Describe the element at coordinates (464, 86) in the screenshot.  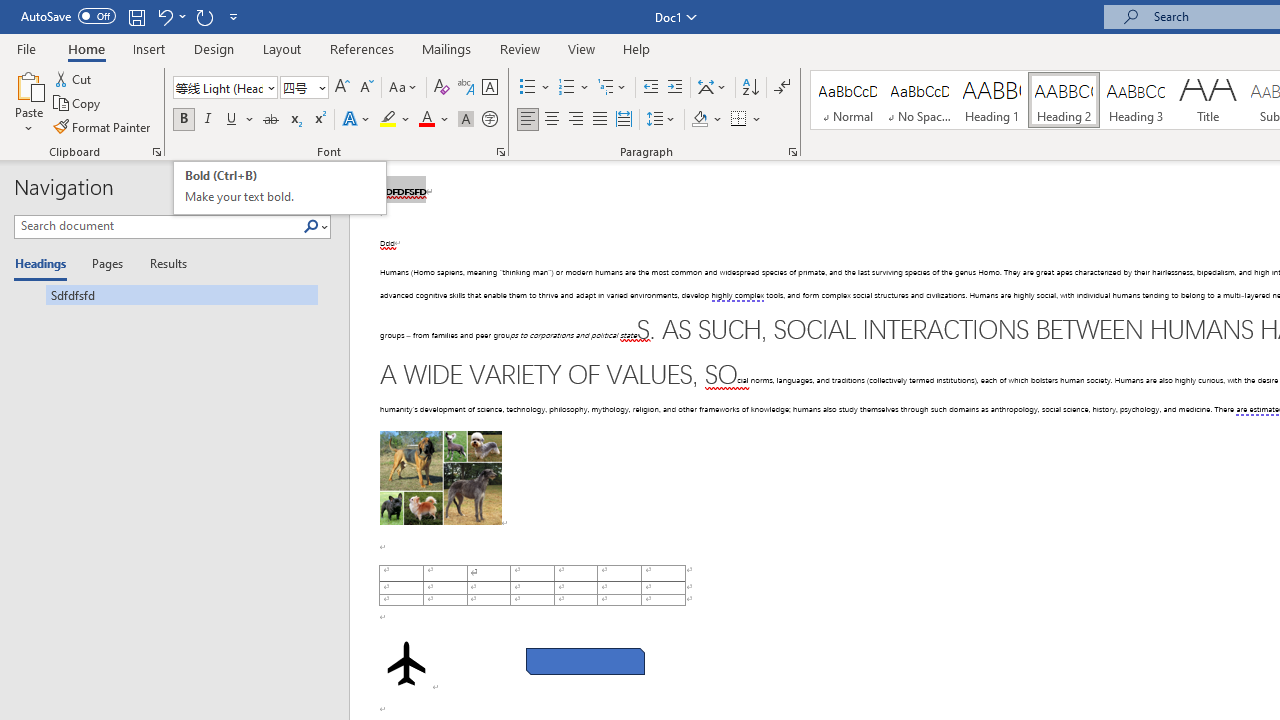
I see `'Phonetic Guide...'` at that location.